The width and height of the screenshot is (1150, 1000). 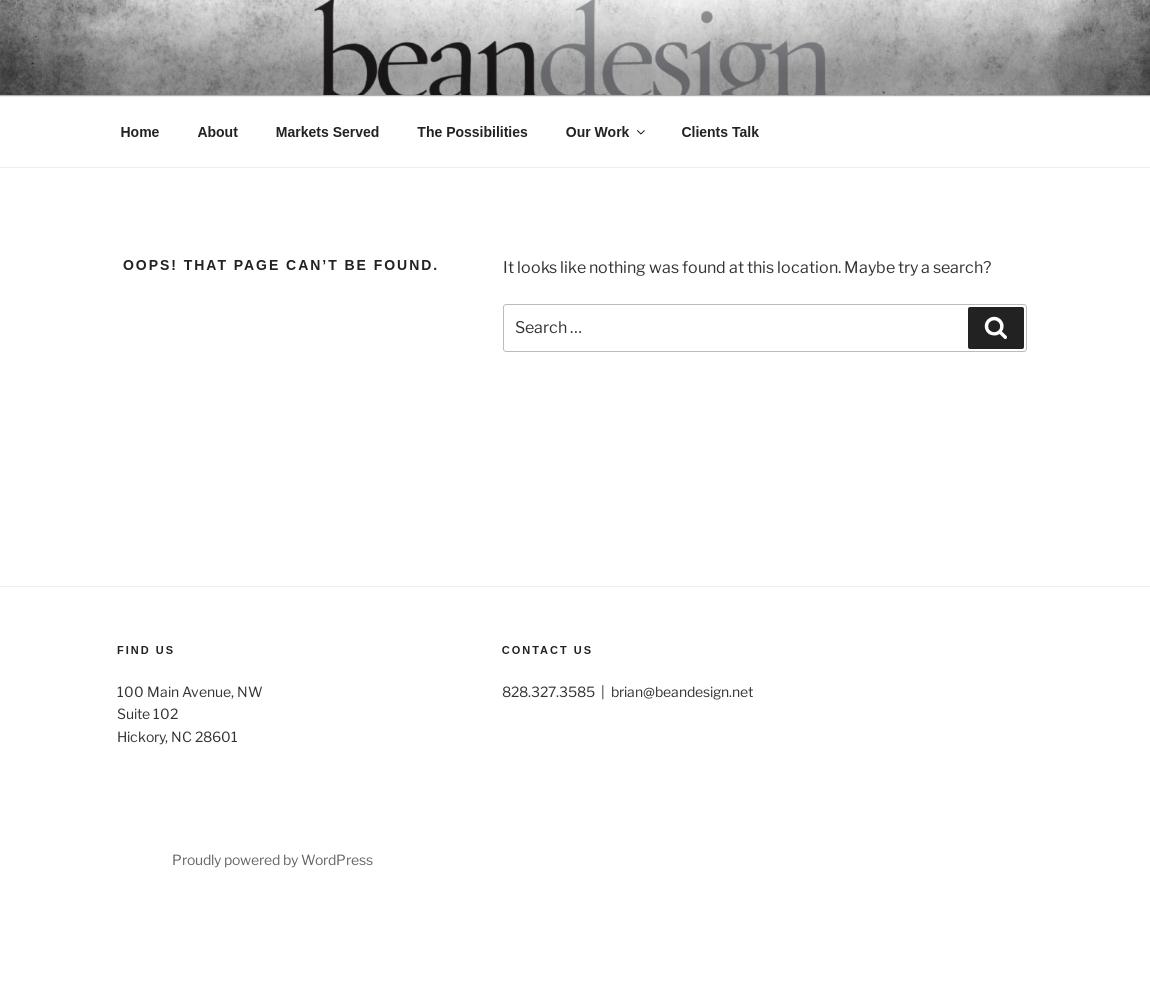 What do you see at coordinates (718, 131) in the screenshot?
I see `'Clients Talk'` at bounding box center [718, 131].